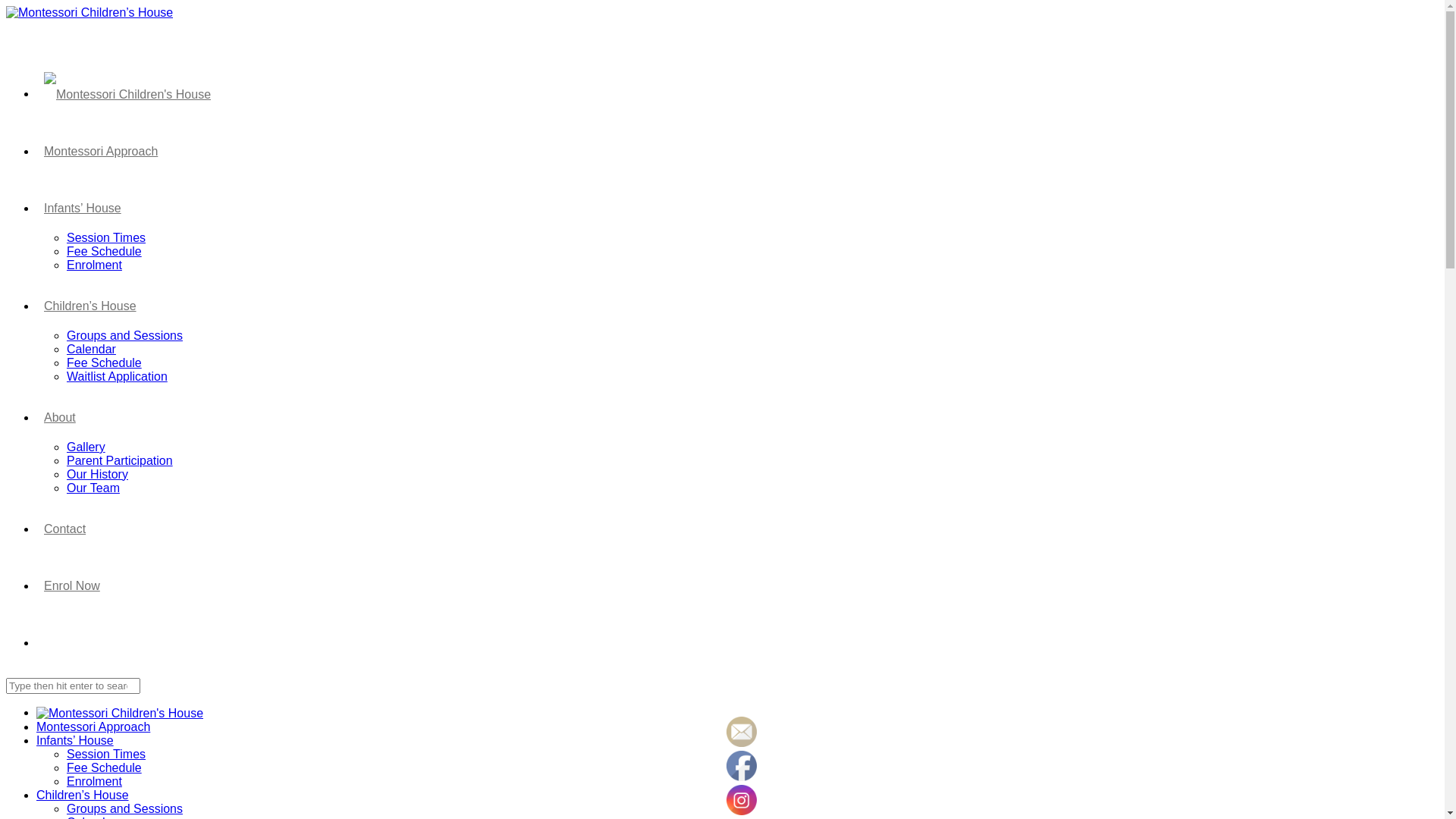  What do you see at coordinates (93, 264) in the screenshot?
I see `'Enrolment'` at bounding box center [93, 264].